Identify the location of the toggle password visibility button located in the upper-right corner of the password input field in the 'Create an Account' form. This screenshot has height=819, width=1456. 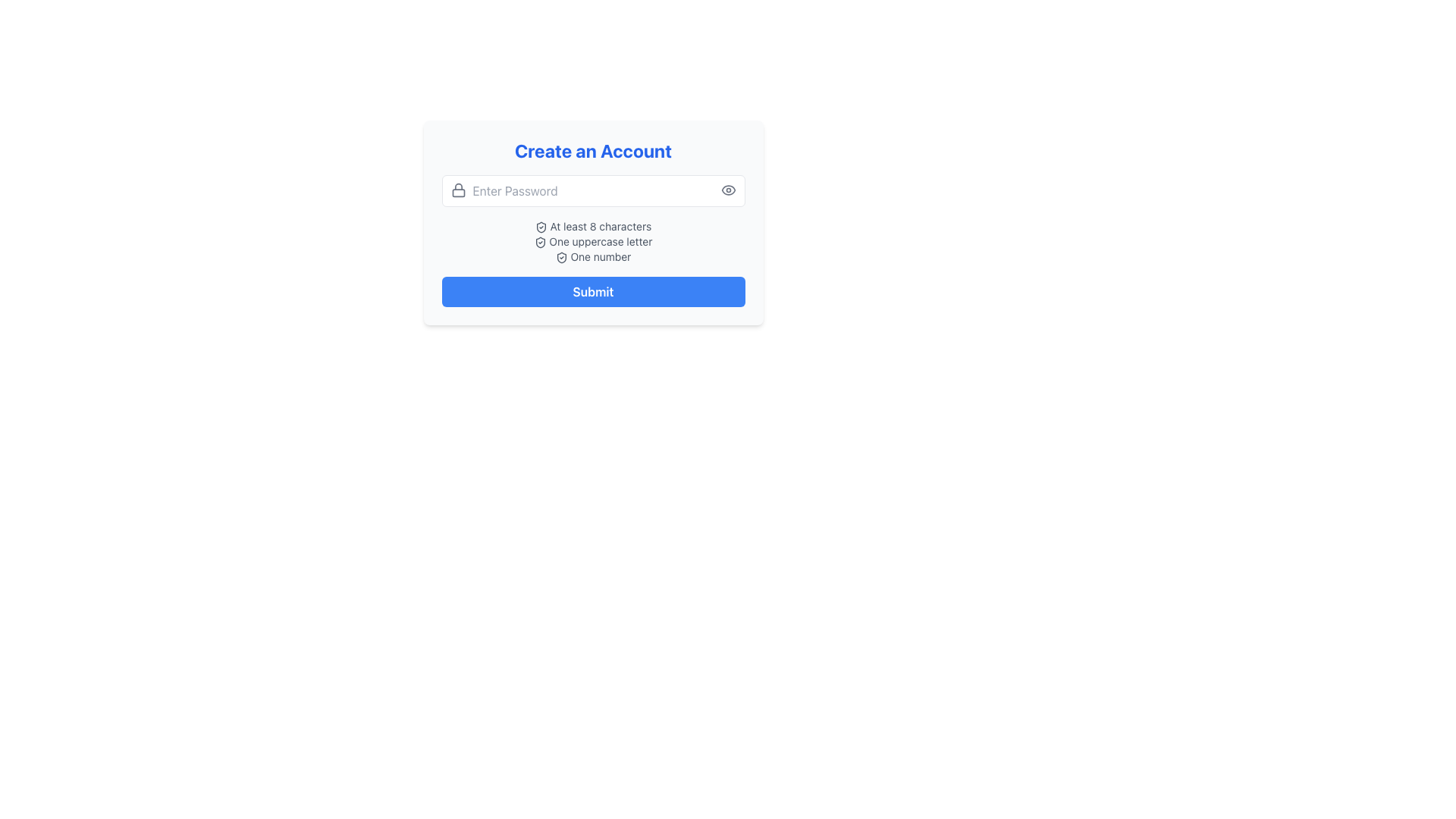
(728, 189).